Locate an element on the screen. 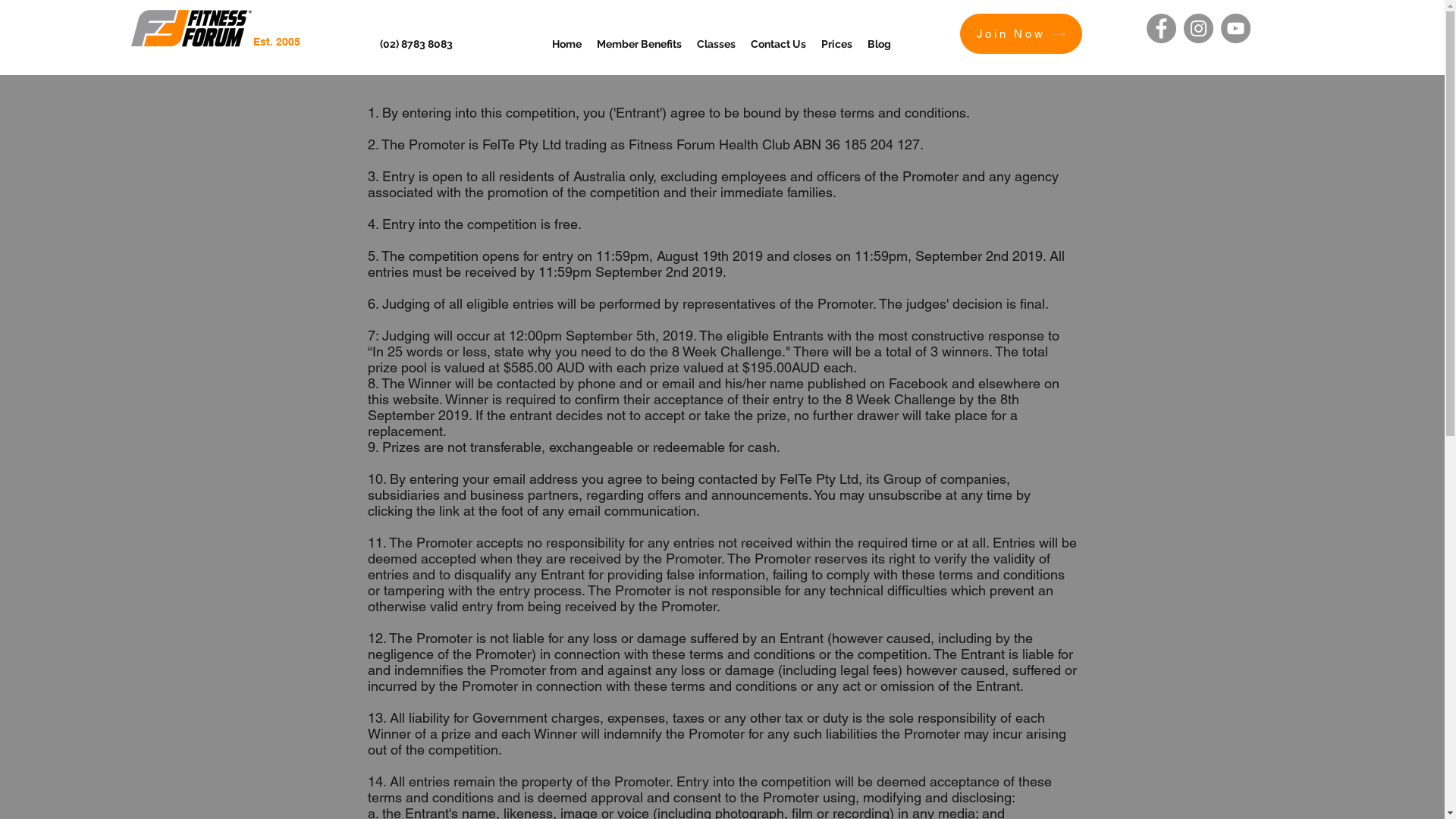 The image size is (1456, 819). 'Blog' is located at coordinates (859, 42).